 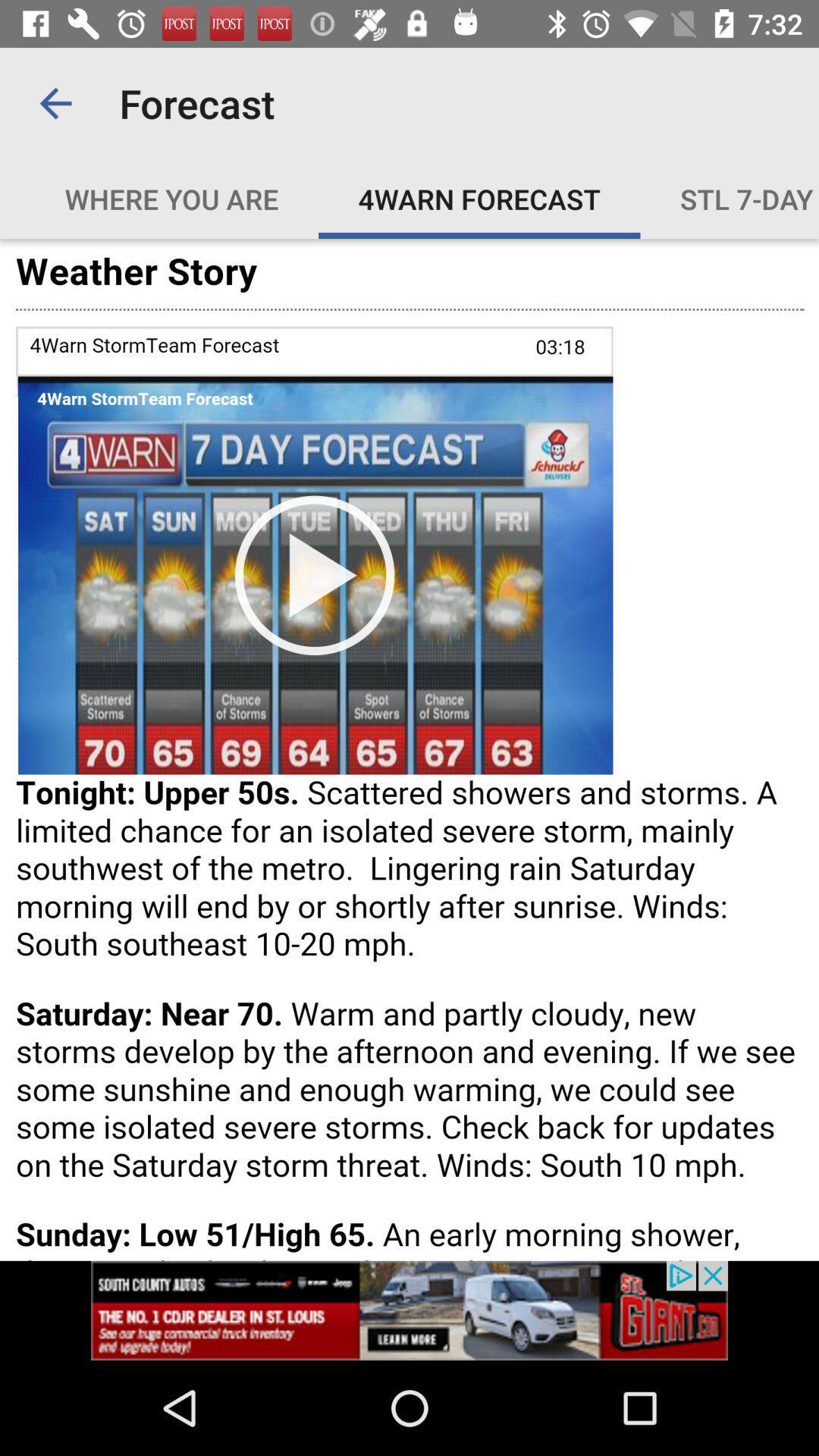 What do you see at coordinates (409, 1310) in the screenshot?
I see `advertisement` at bounding box center [409, 1310].